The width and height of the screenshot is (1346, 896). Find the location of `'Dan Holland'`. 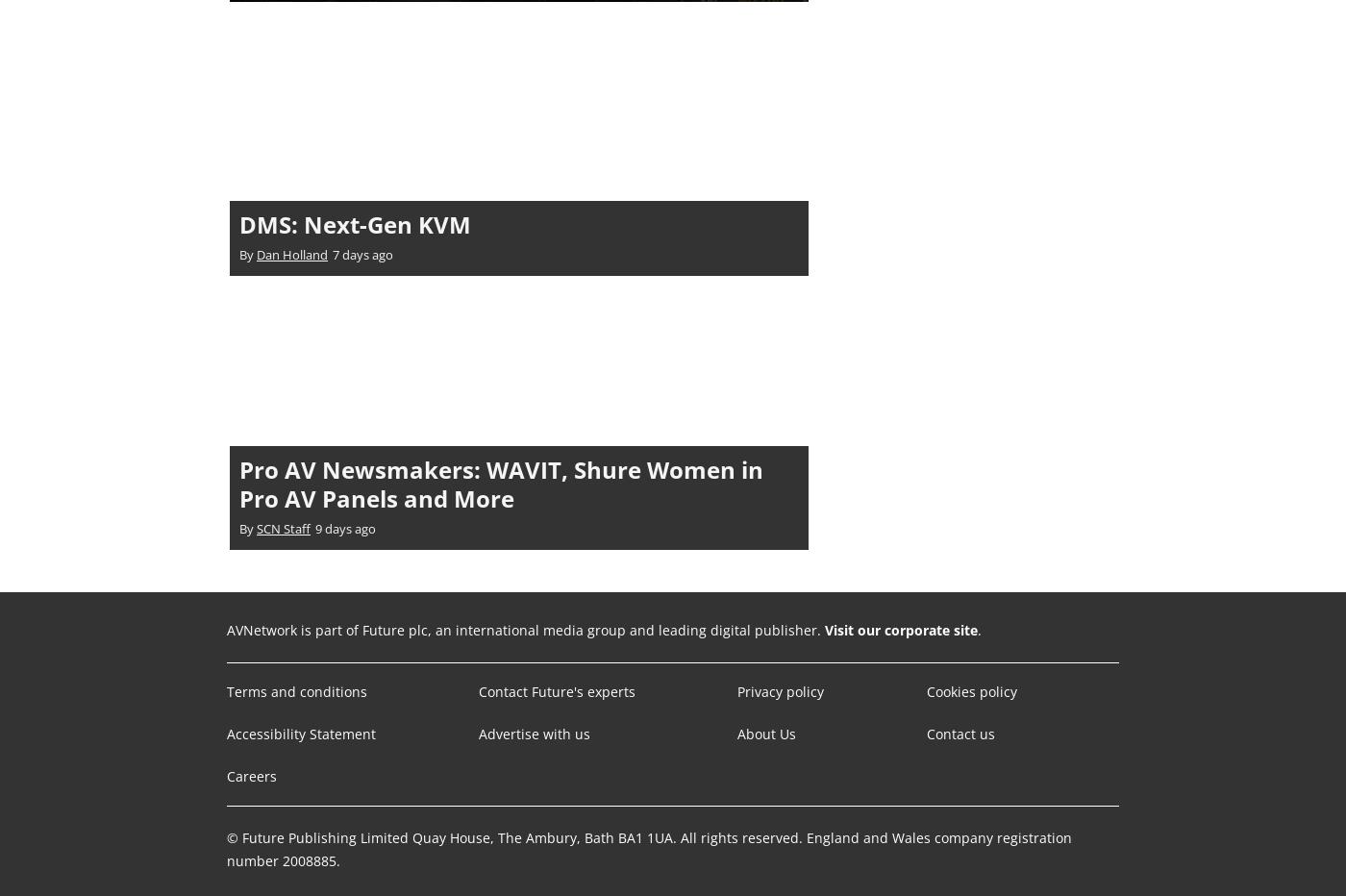

'Dan Holland' is located at coordinates (291, 253).